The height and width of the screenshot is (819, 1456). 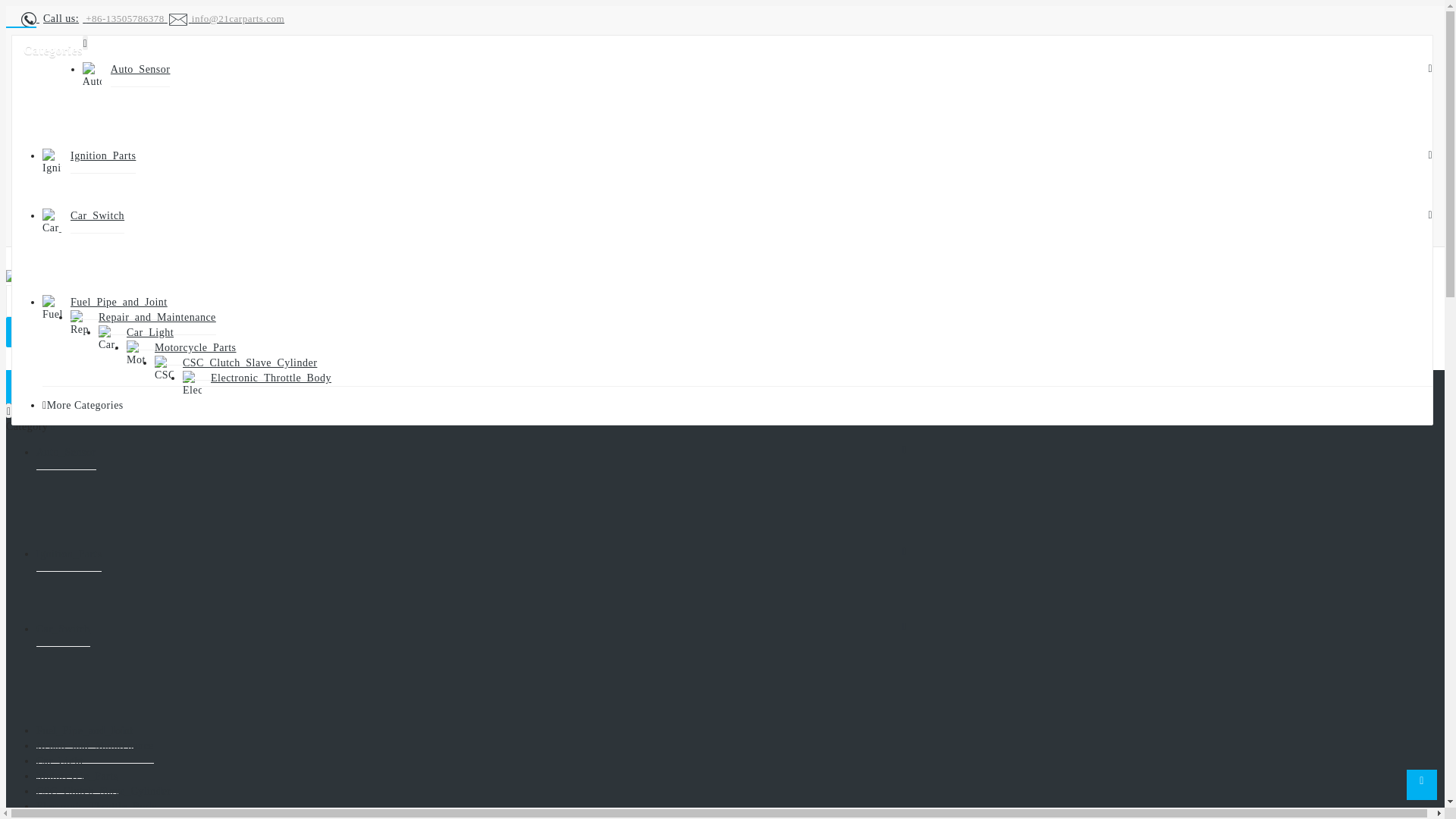 What do you see at coordinates (102, 155) in the screenshot?
I see `'Ignition_Parts'` at bounding box center [102, 155].